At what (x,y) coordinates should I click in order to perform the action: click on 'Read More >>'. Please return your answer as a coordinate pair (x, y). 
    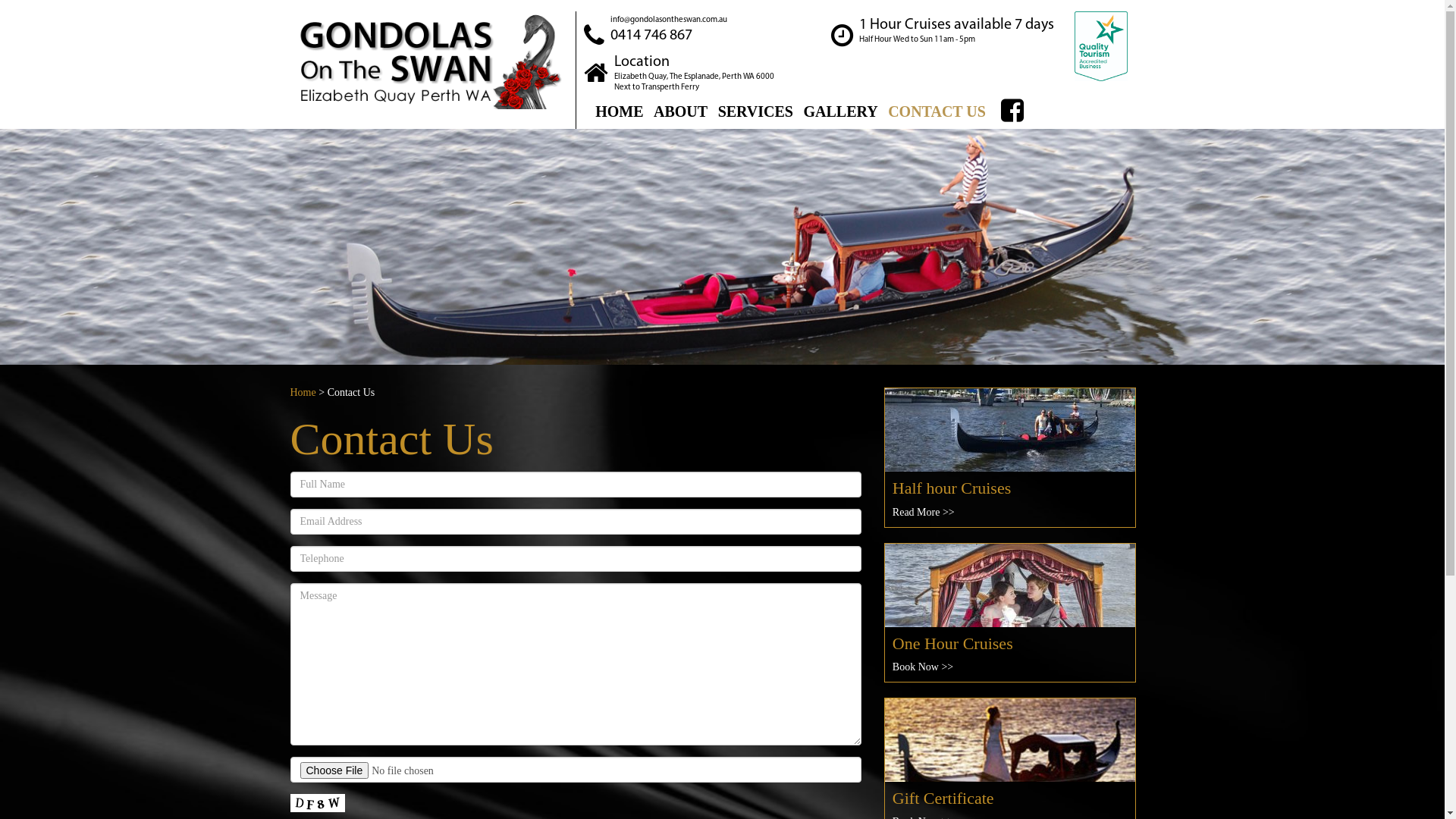
    Looking at the image, I should click on (923, 512).